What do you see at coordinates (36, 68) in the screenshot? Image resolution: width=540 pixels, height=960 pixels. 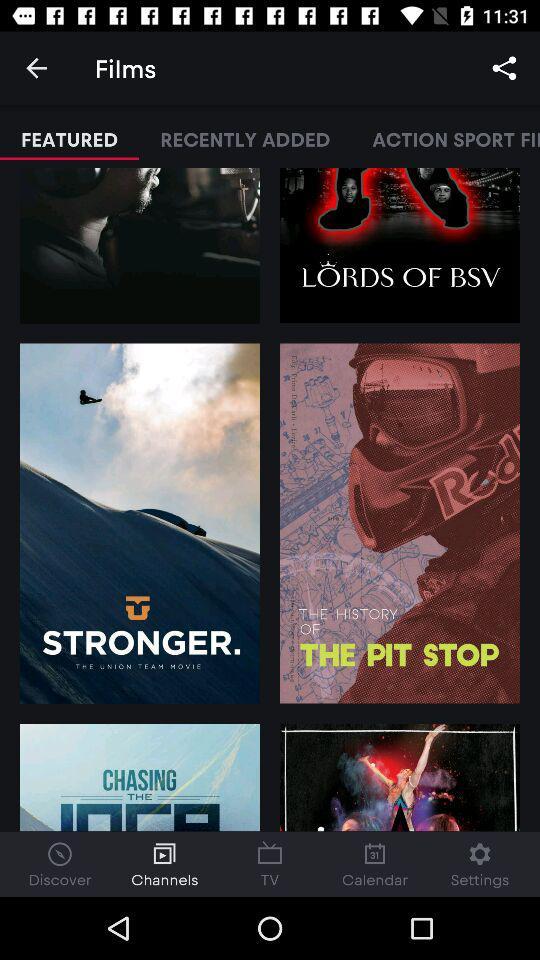 I see `icon next to films icon` at bounding box center [36, 68].